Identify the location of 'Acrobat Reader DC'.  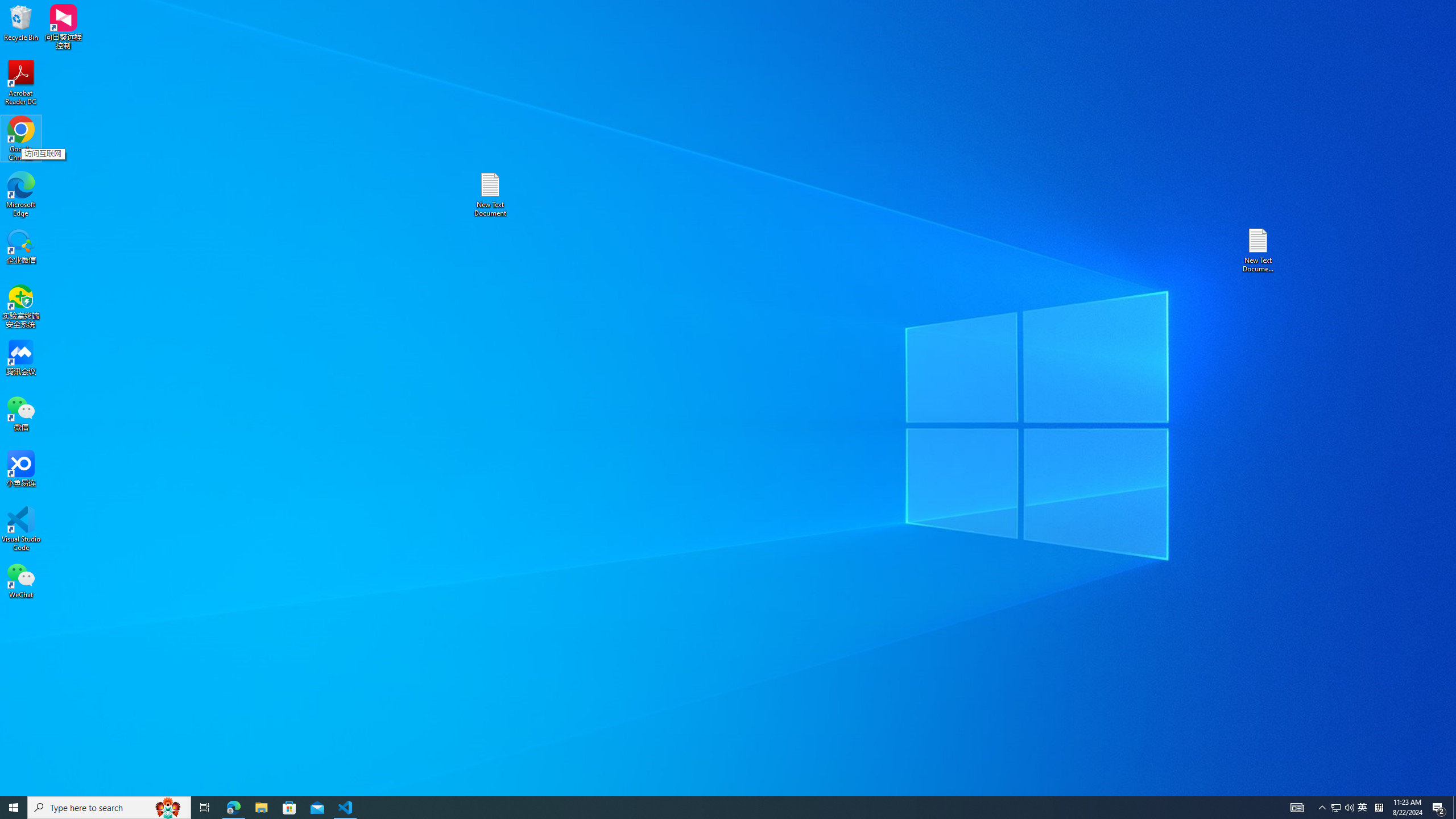
(20, 82).